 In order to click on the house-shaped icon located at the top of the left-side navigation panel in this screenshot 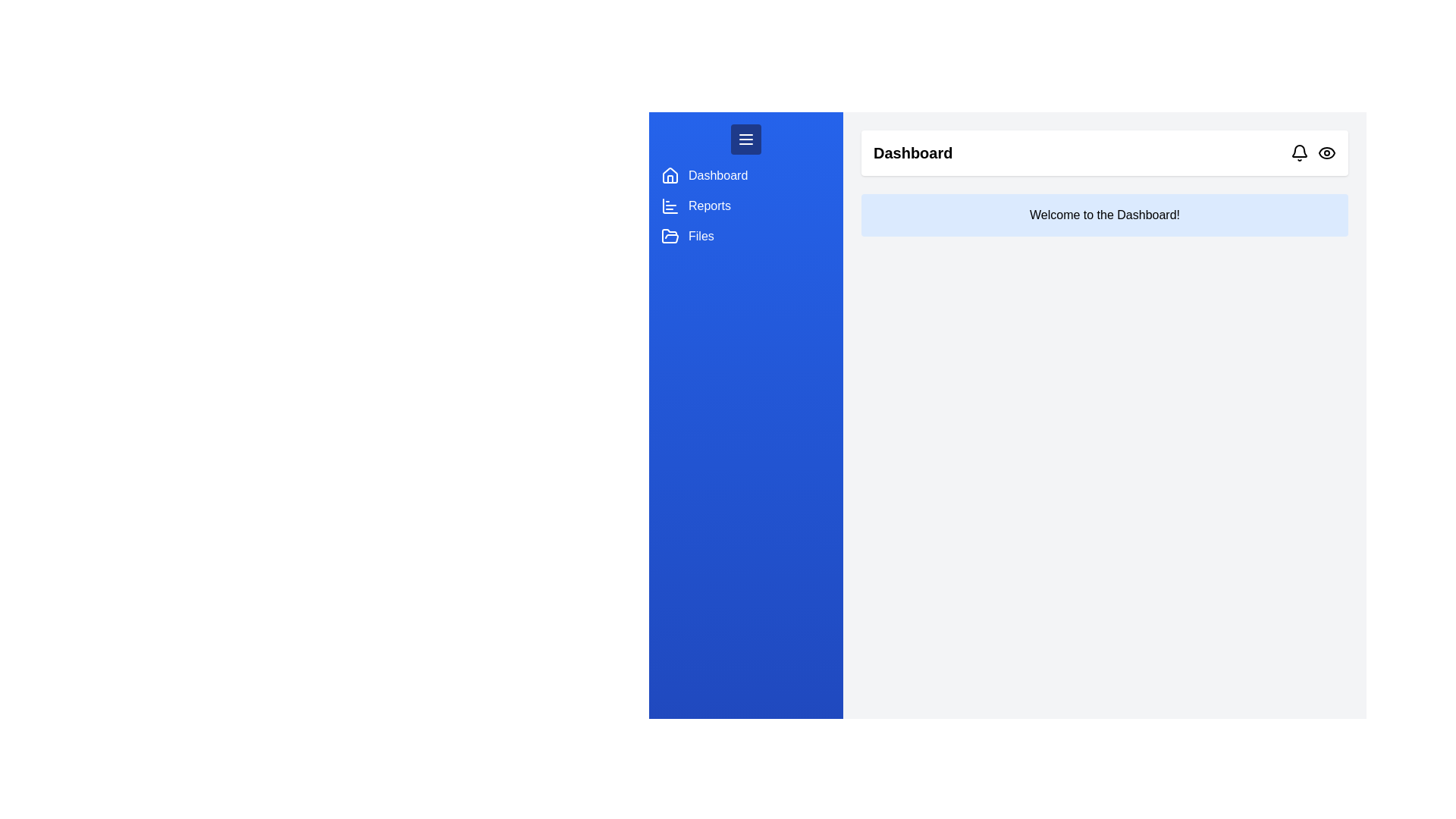, I will do `click(669, 174)`.